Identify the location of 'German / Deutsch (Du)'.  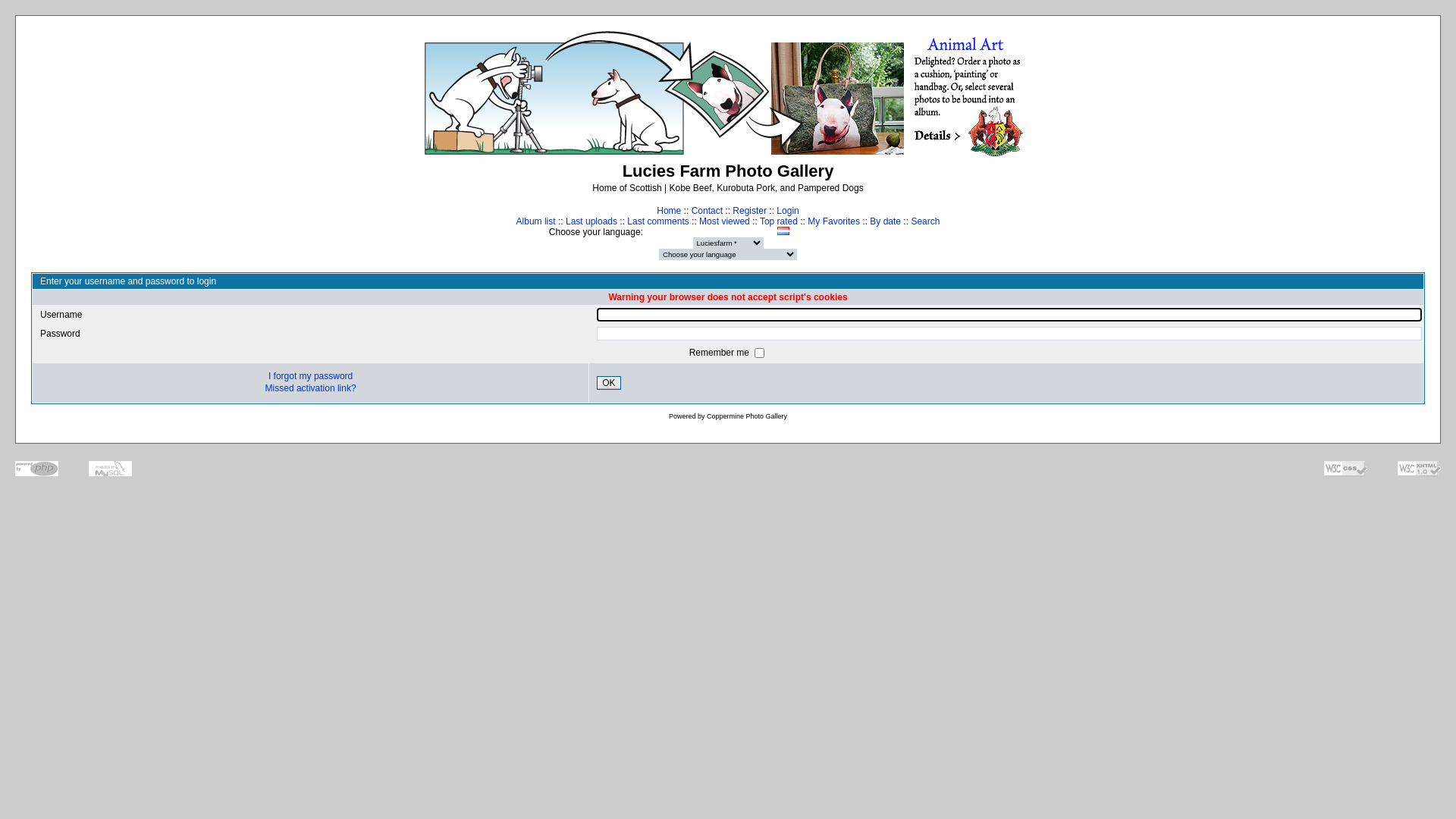
(748, 231).